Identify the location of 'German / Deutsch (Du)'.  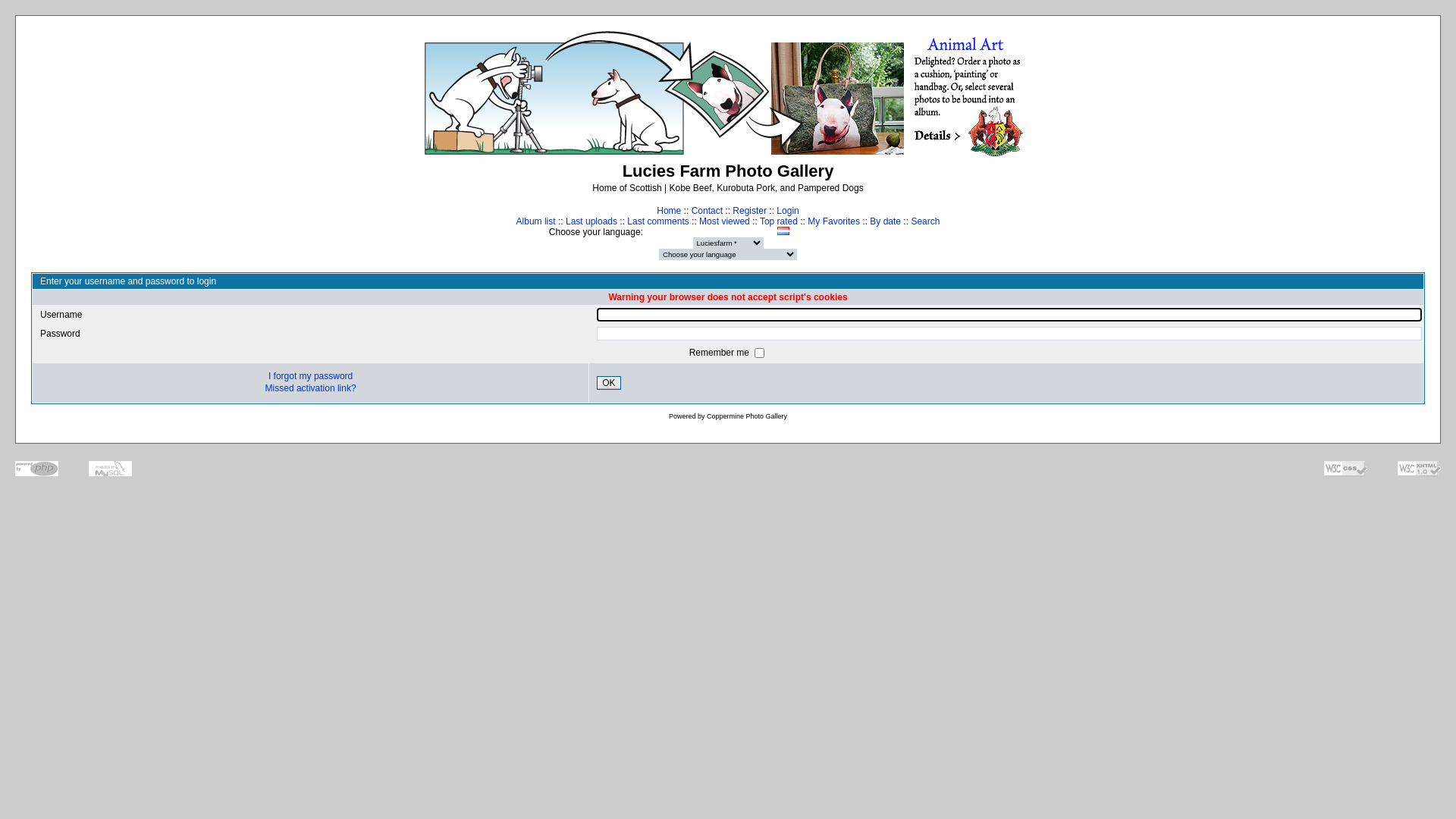
(748, 231).